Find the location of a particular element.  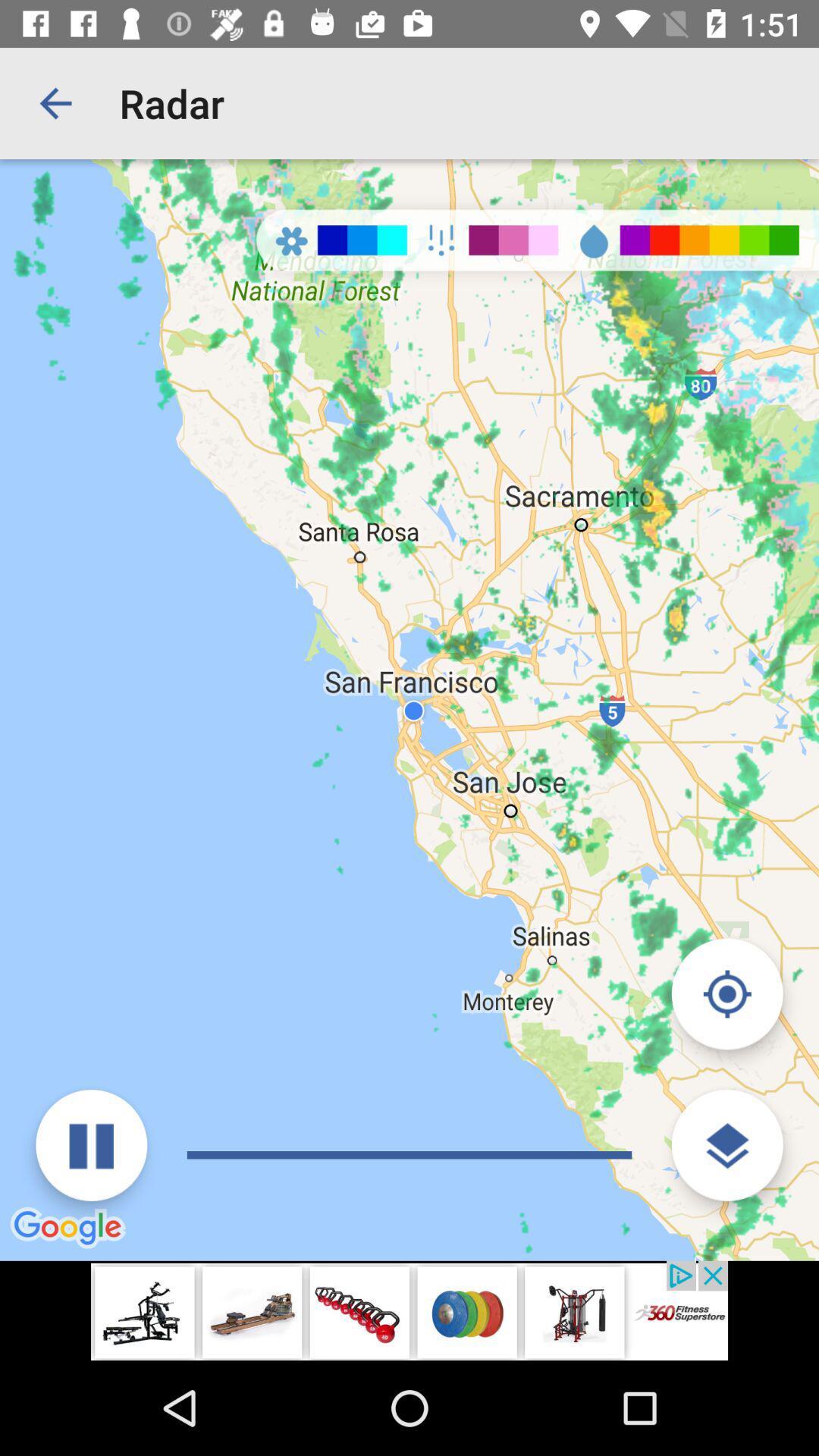

the pause icon is located at coordinates (91, 1145).